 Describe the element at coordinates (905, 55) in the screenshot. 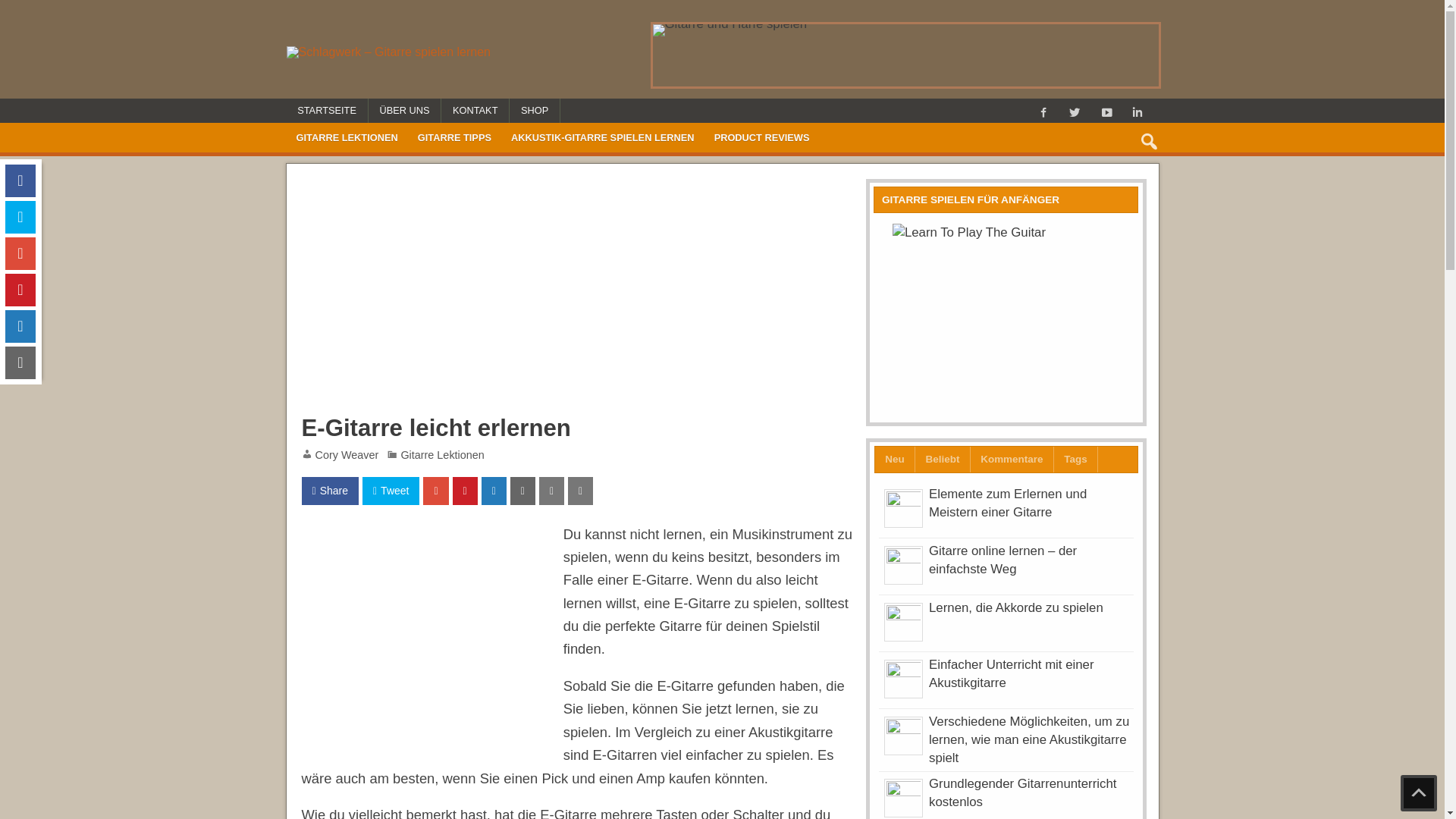

I see `'Gitarre und Harfe spielen'` at that location.